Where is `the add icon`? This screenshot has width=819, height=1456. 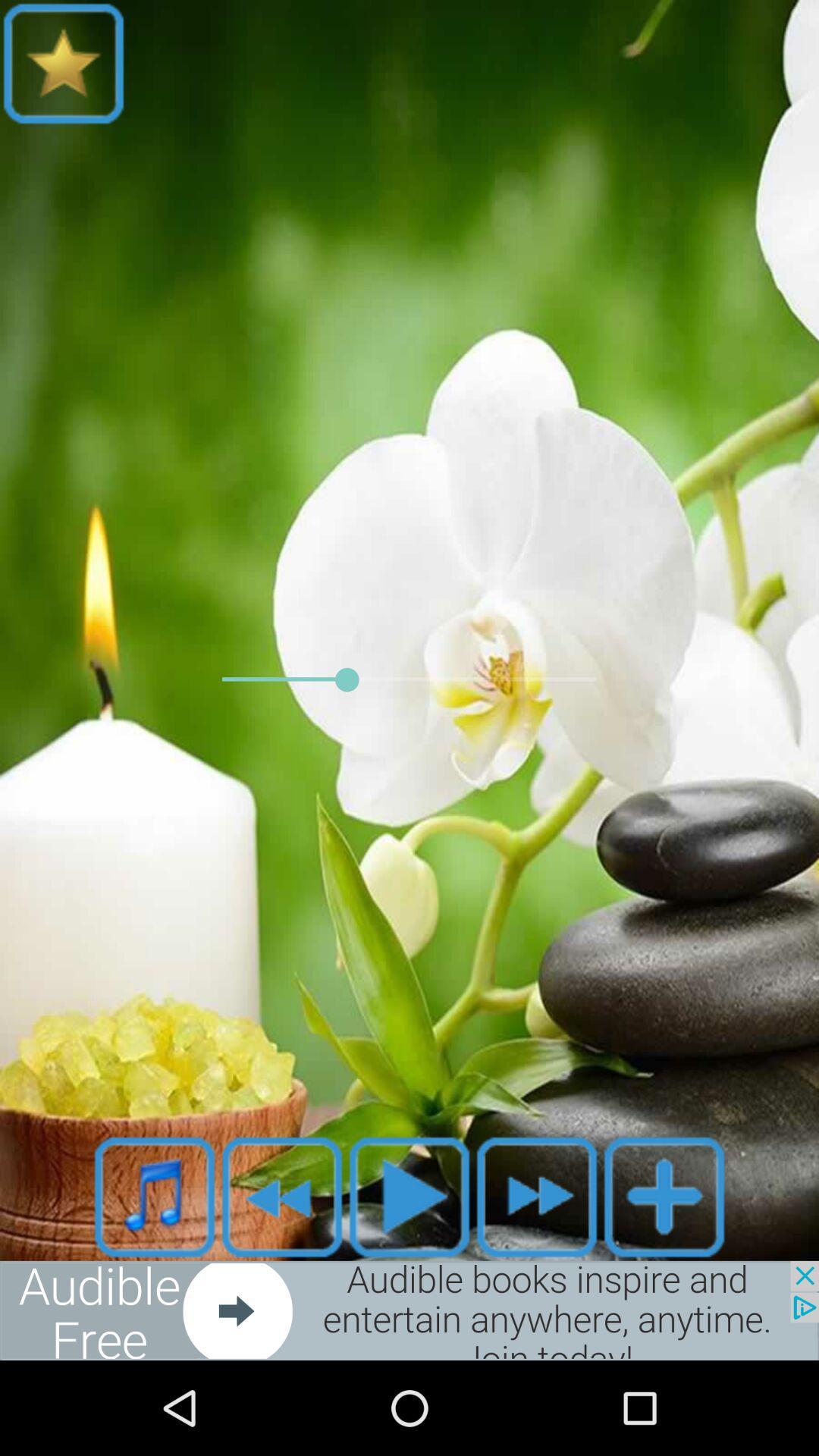 the add icon is located at coordinates (663, 1196).